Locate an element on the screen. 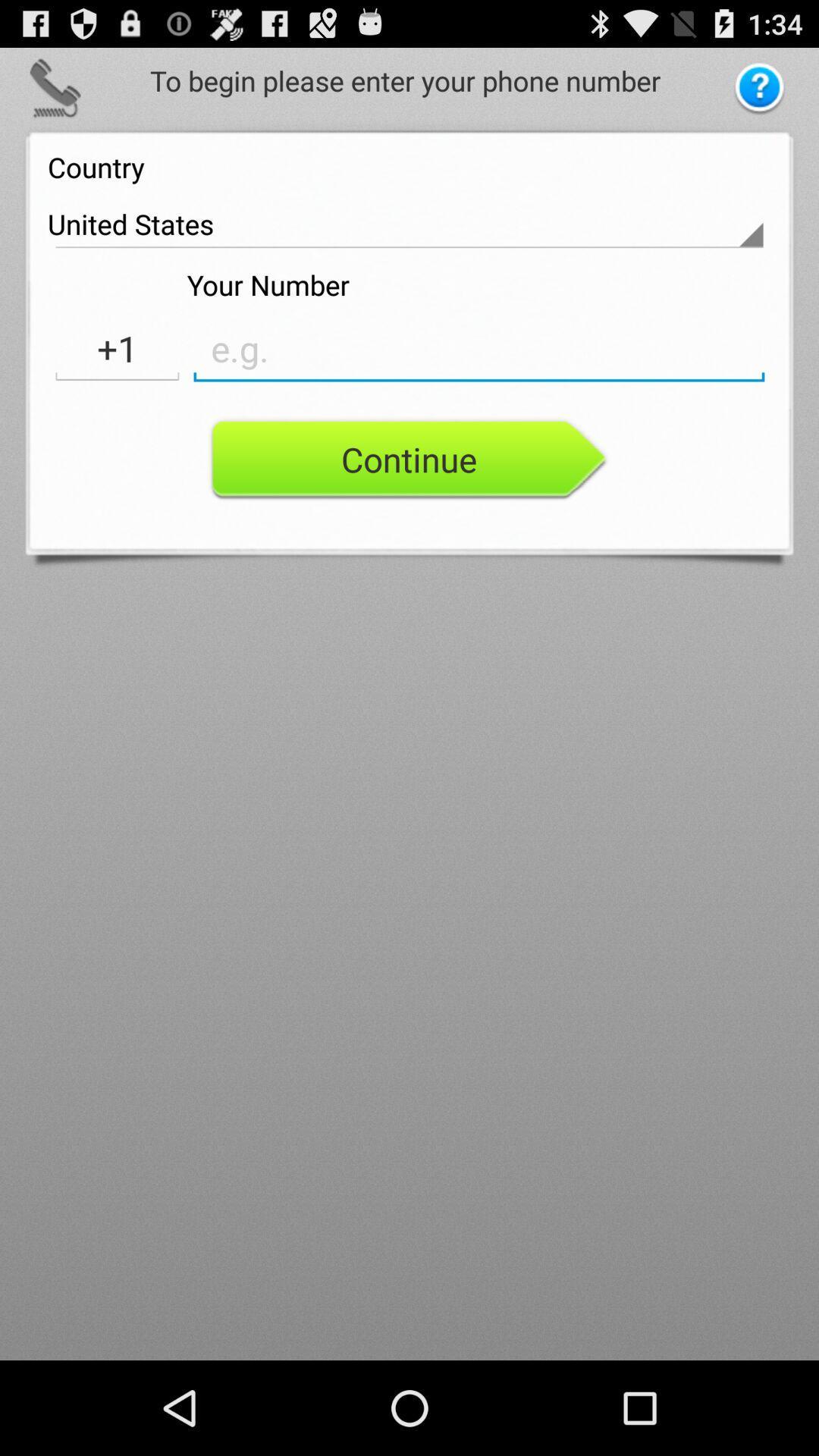  phone number is located at coordinates (479, 348).